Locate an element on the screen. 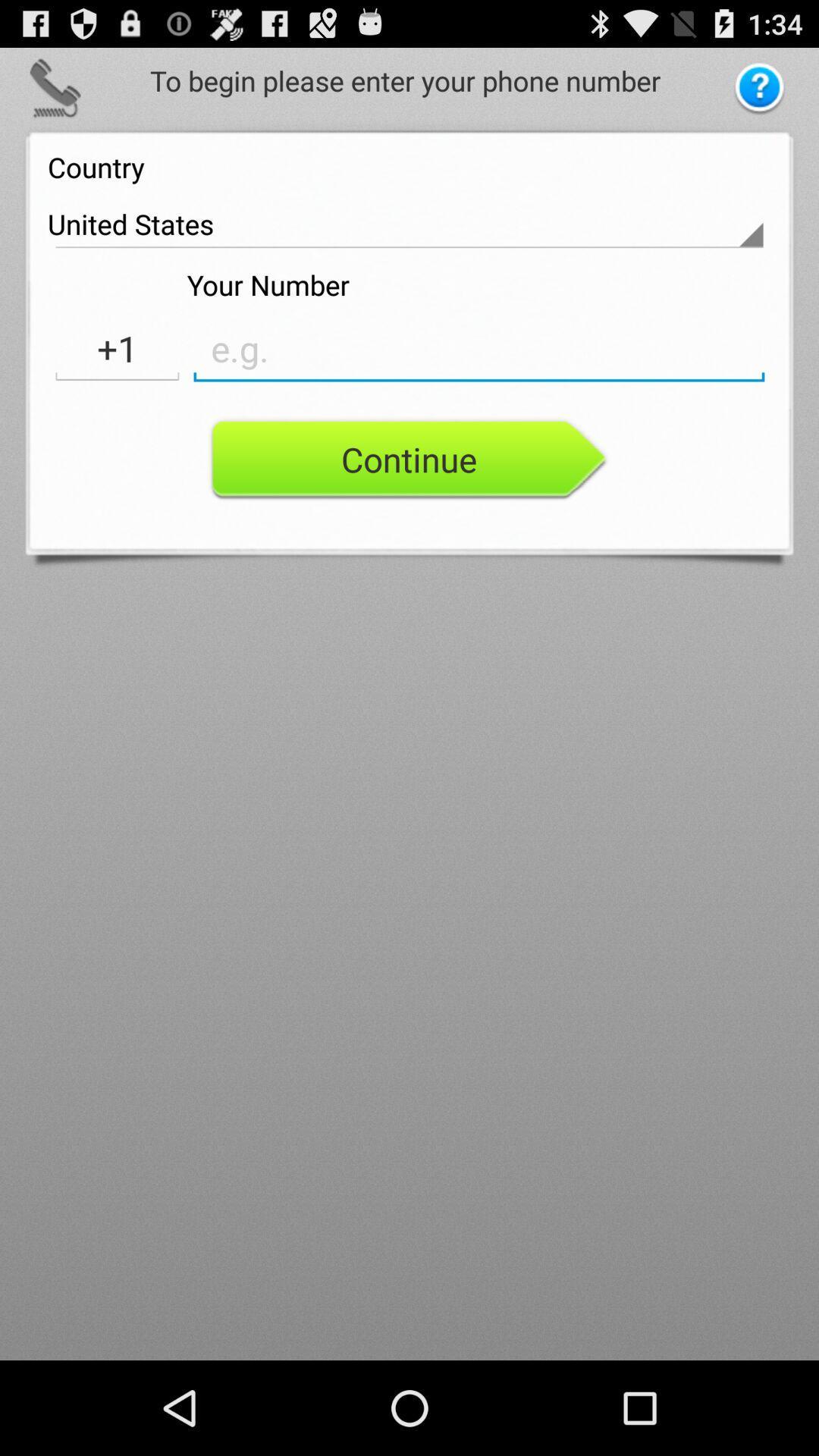  phone number is located at coordinates (479, 348).